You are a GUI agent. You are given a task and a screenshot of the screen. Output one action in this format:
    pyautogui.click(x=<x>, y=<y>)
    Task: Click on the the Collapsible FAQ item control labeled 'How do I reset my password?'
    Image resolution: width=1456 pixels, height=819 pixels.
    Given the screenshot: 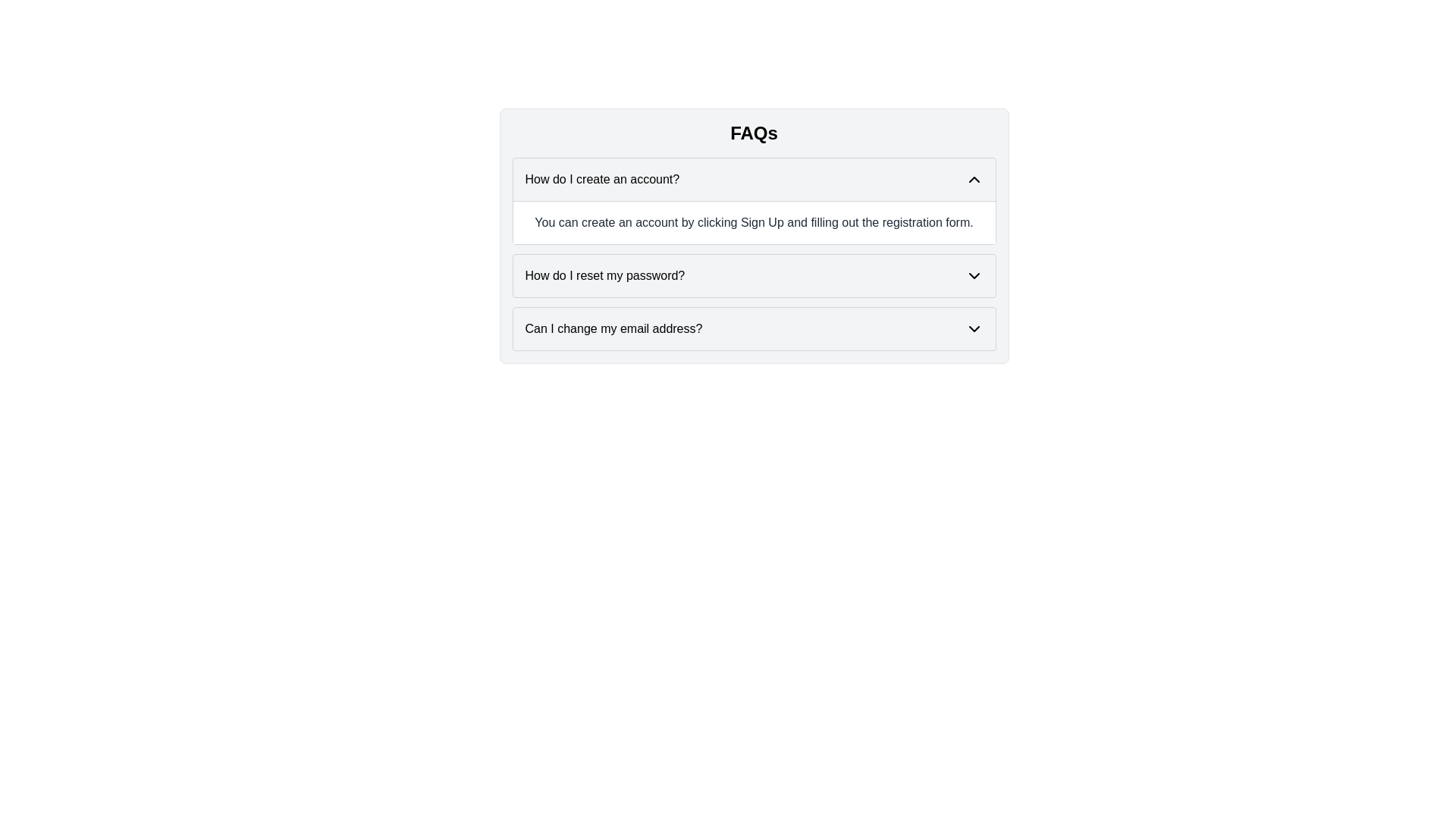 What is the action you would take?
    pyautogui.click(x=754, y=275)
    